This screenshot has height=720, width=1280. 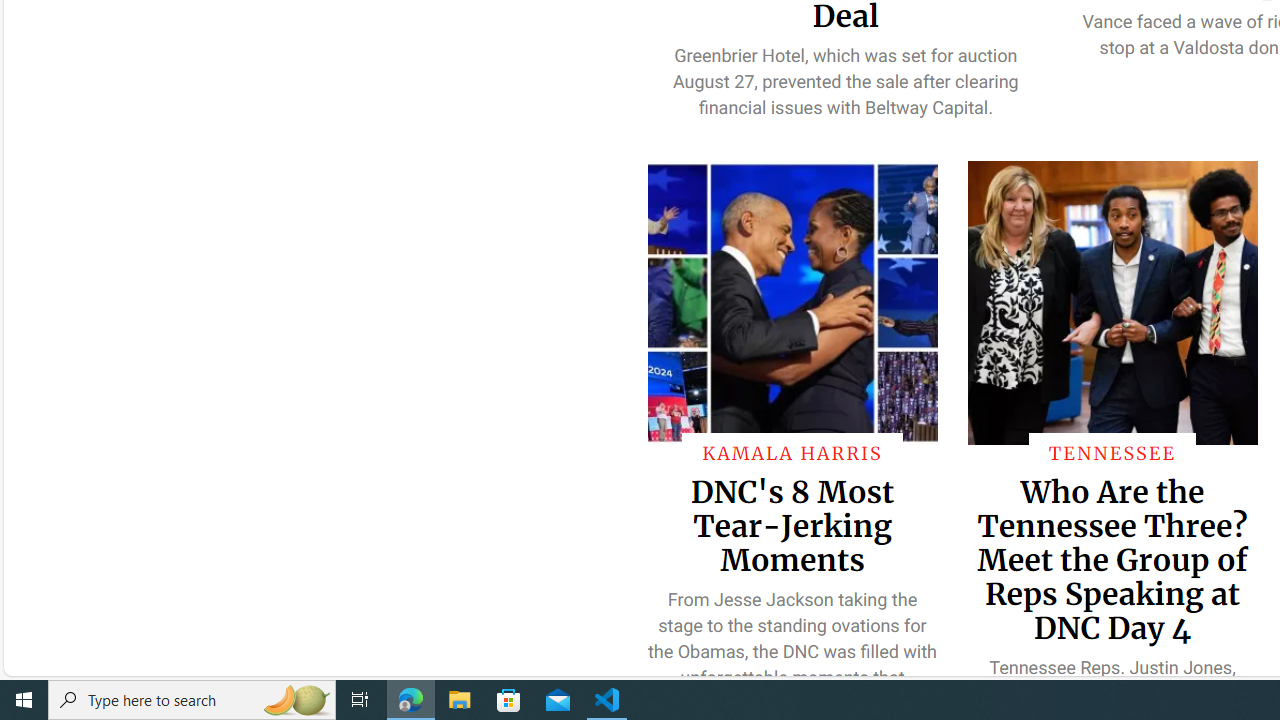 What do you see at coordinates (791, 524) in the screenshot?
I see `'DNC'` at bounding box center [791, 524].